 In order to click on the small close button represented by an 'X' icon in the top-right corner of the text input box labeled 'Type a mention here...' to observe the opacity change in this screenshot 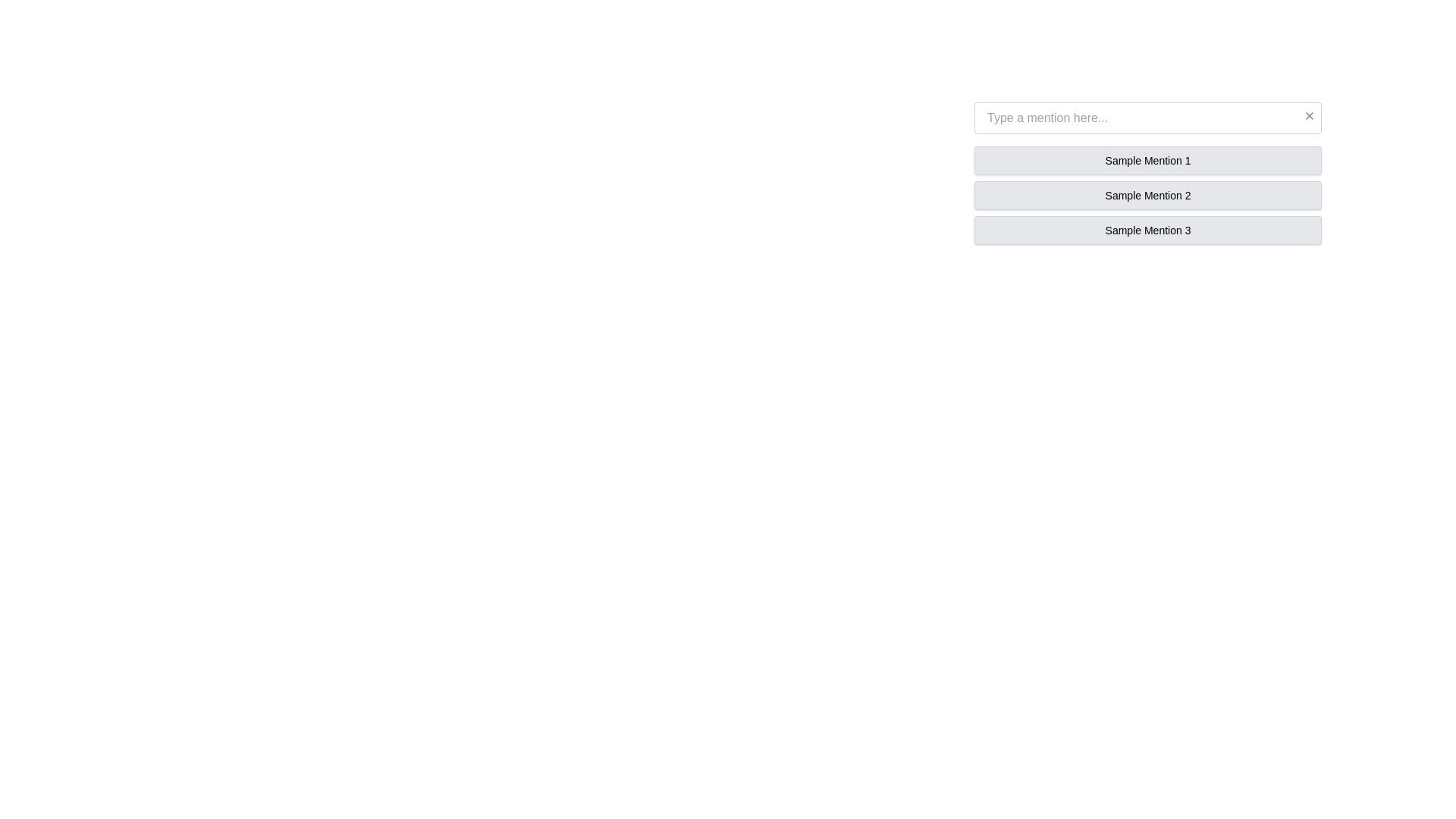, I will do `click(1309, 115)`.